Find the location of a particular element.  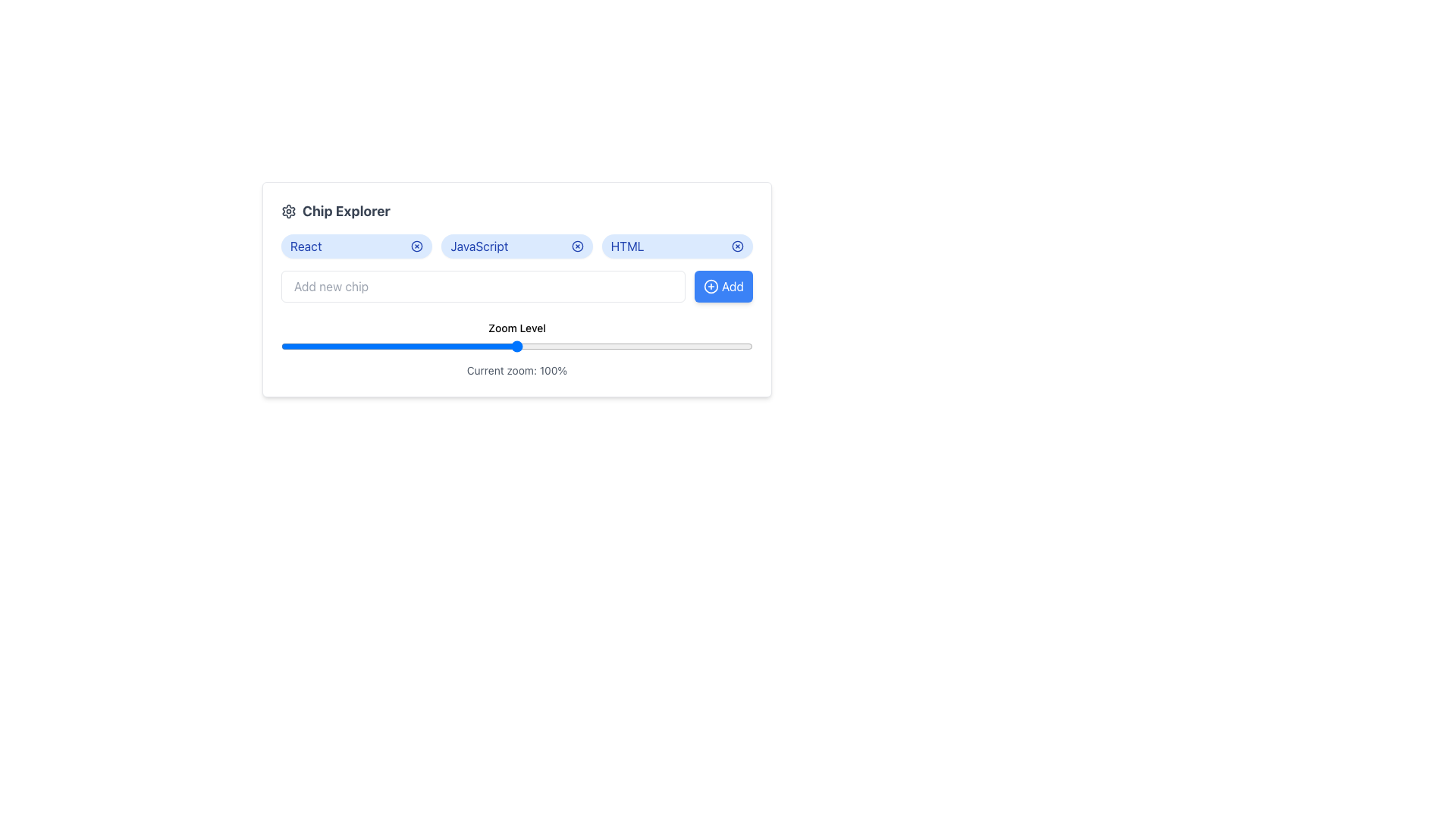

the gear icon located is located at coordinates (288, 211).